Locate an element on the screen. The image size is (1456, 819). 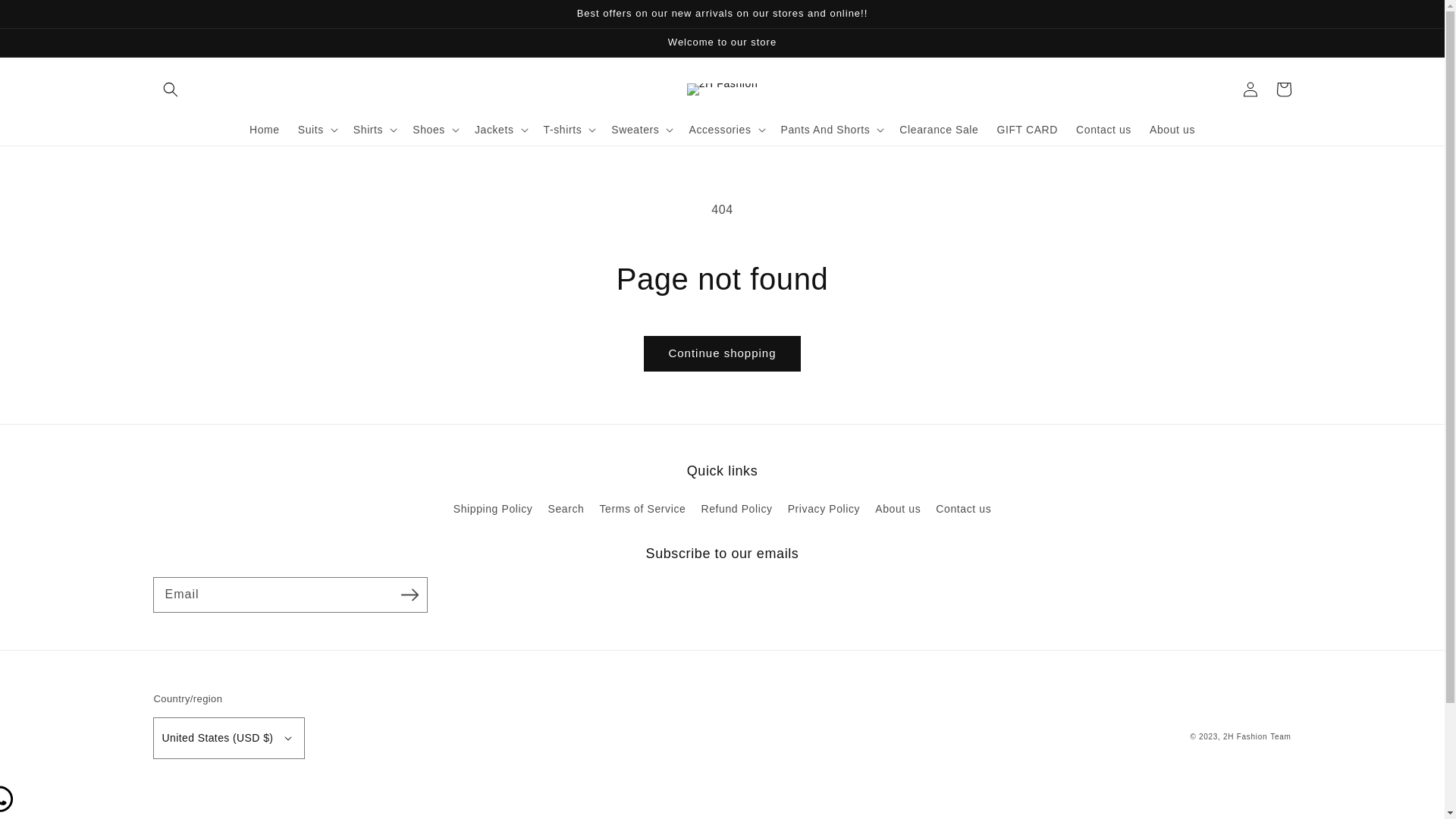
'Continue shopping' is located at coordinates (720, 353).